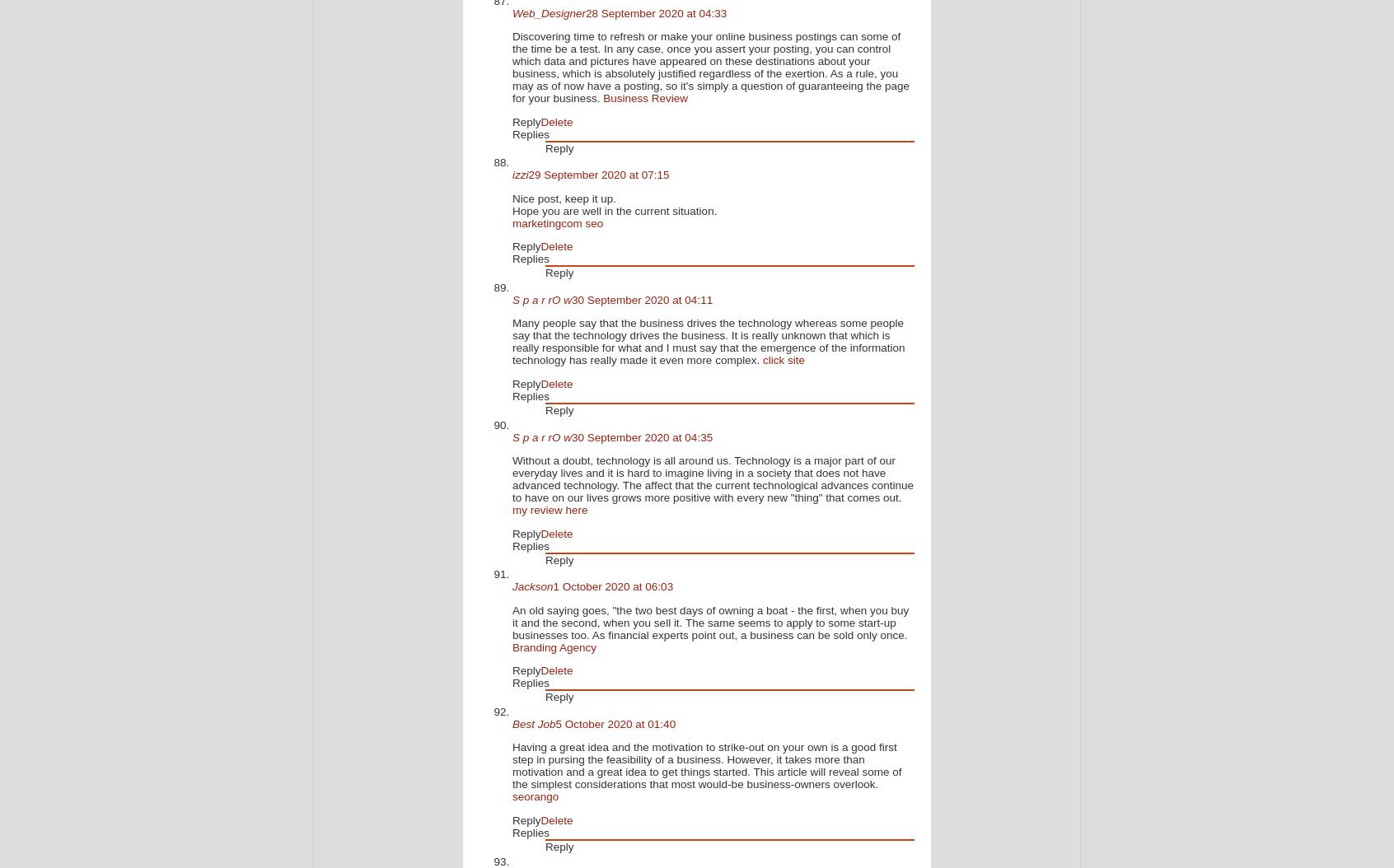 This screenshot has height=868, width=1394. I want to click on '30 September 2020 at 04:11', so click(642, 299).